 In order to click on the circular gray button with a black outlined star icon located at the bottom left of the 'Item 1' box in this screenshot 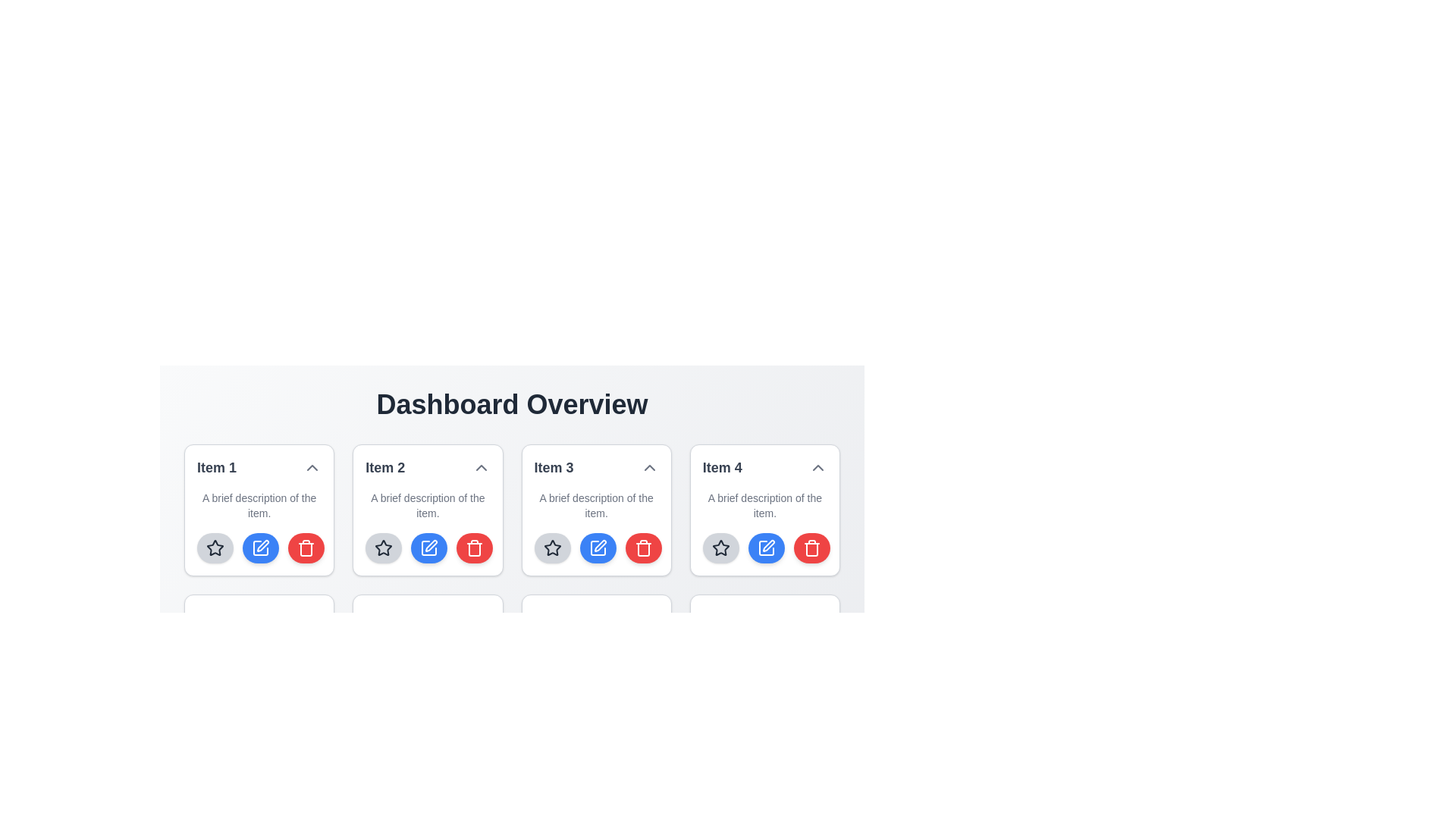, I will do `click(214, 548)`.